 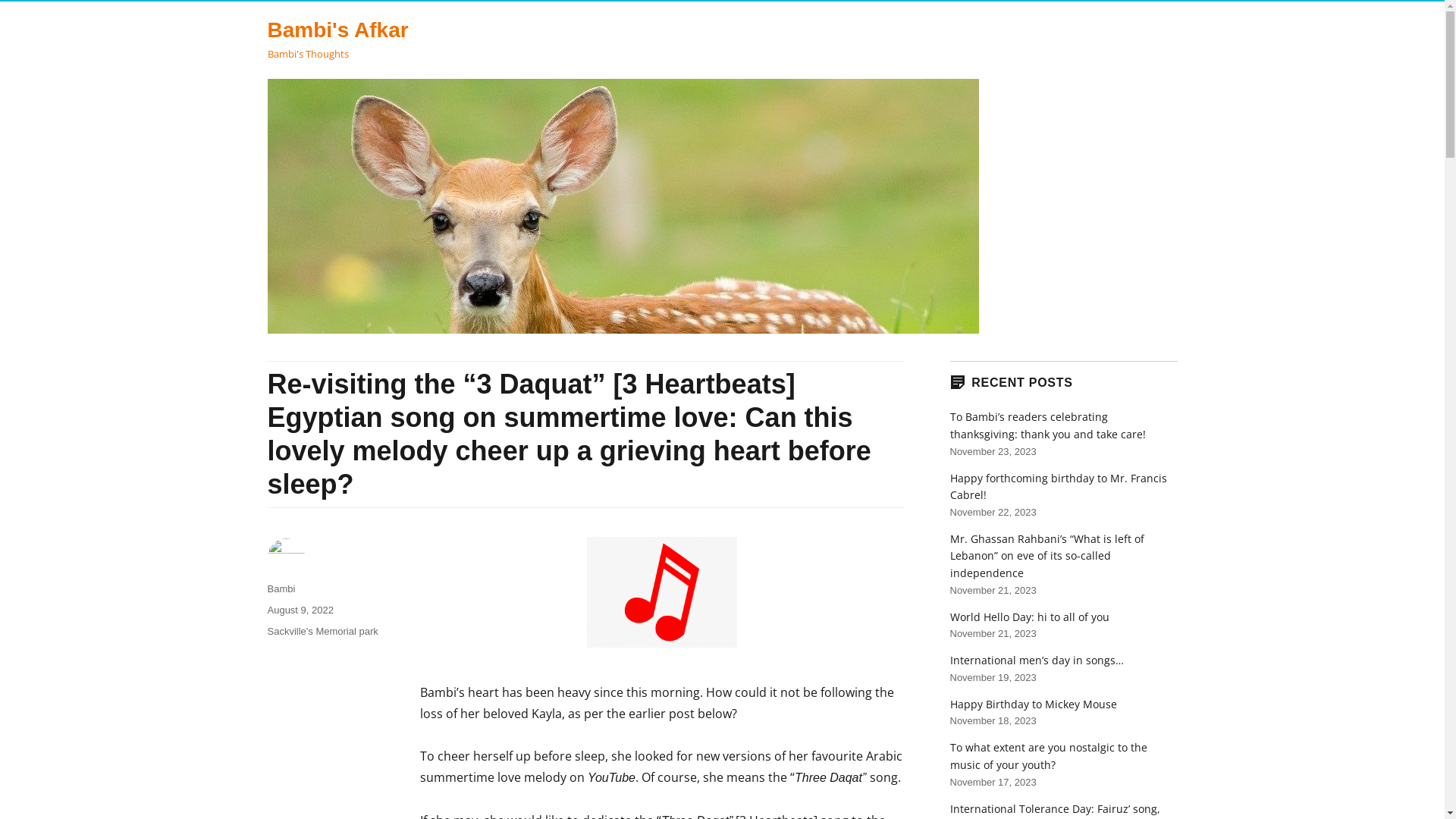 I want to click on 'Bambi', so click(x=266, y=588).